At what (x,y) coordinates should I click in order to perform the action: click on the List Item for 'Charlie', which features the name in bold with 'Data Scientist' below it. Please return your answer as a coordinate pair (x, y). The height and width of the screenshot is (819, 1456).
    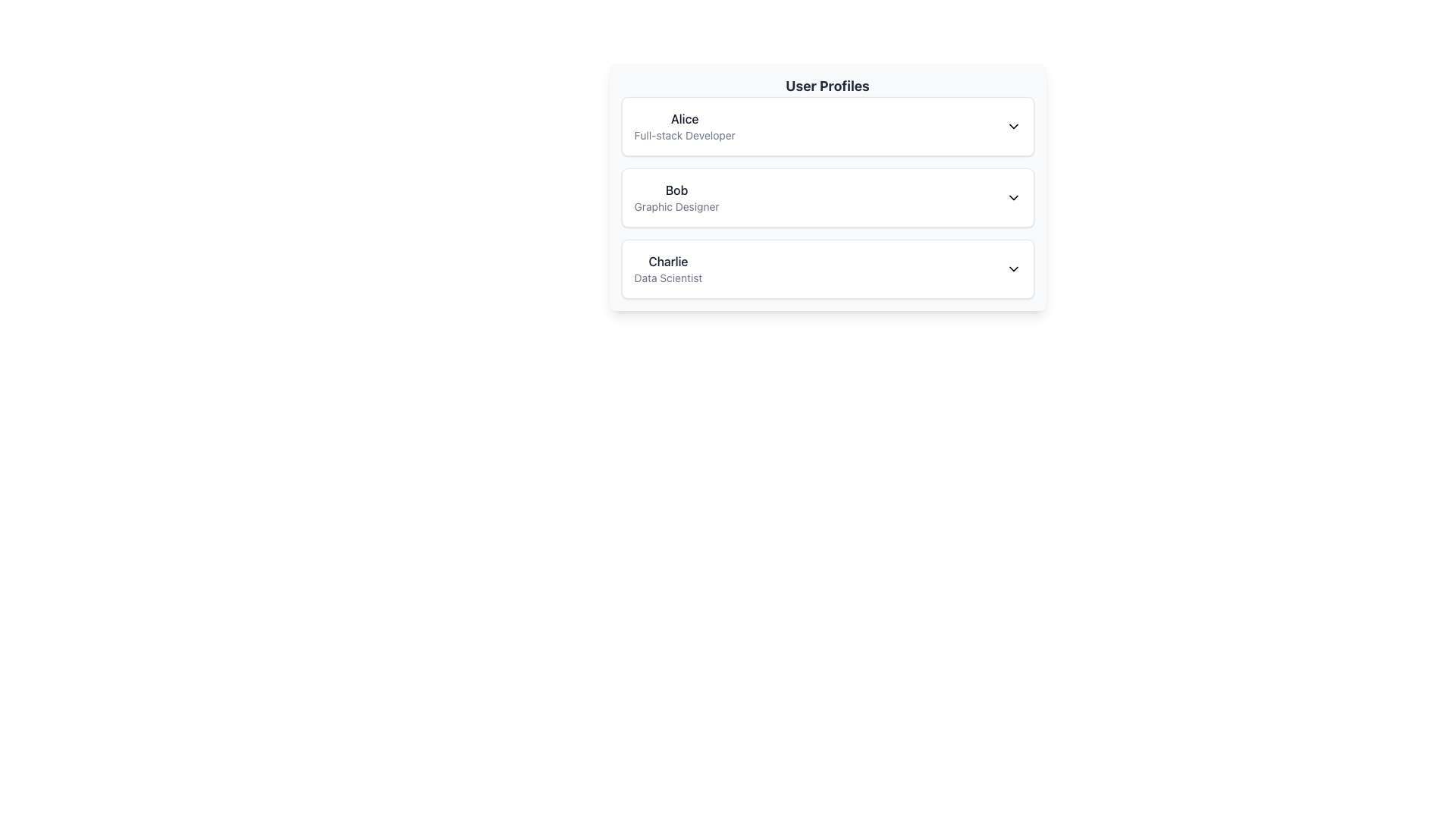
    Looking at the image, I should click on (827, 268).